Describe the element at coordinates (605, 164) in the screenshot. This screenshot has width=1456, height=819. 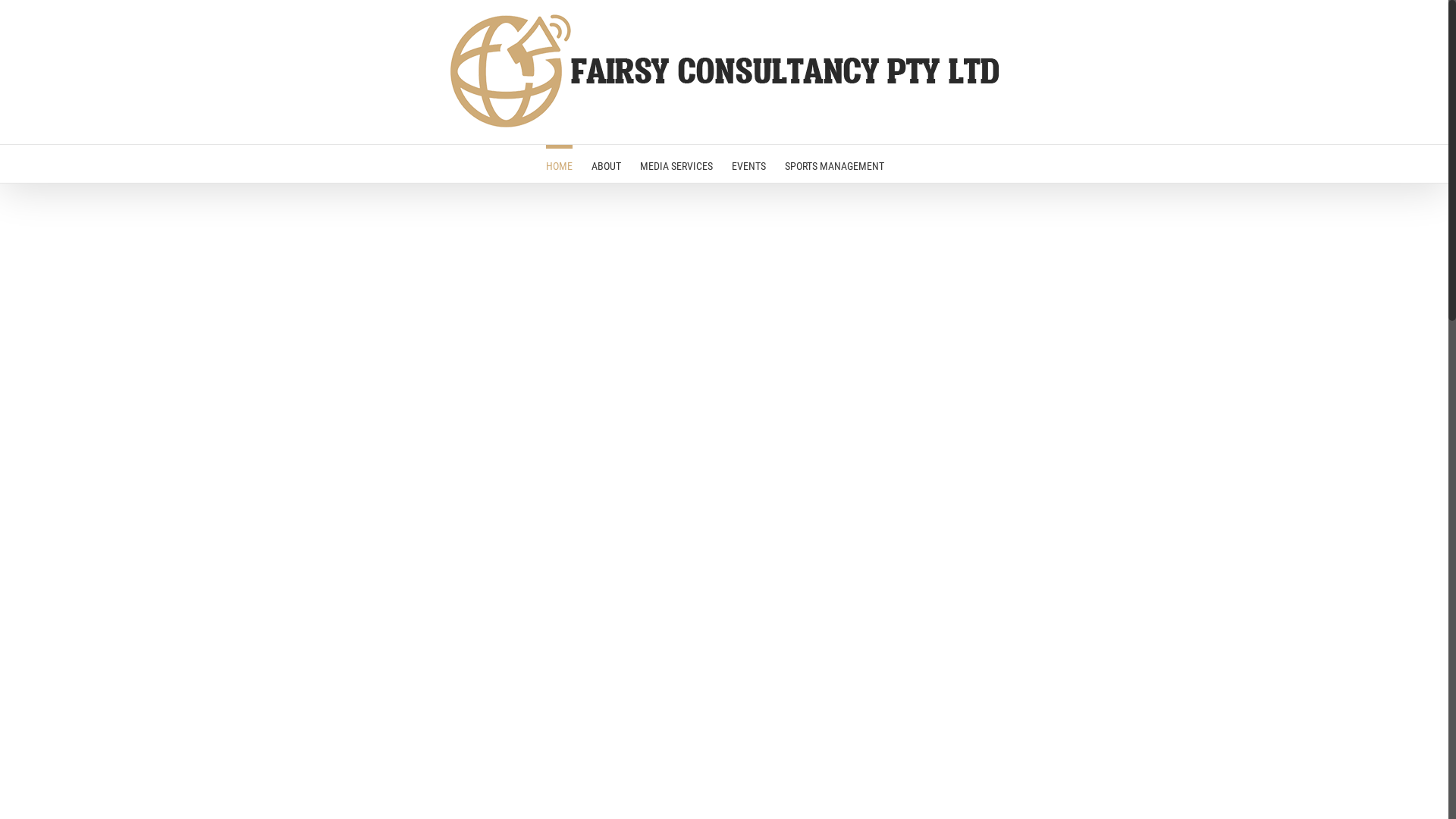
I see `'ABOUT'` at that location.